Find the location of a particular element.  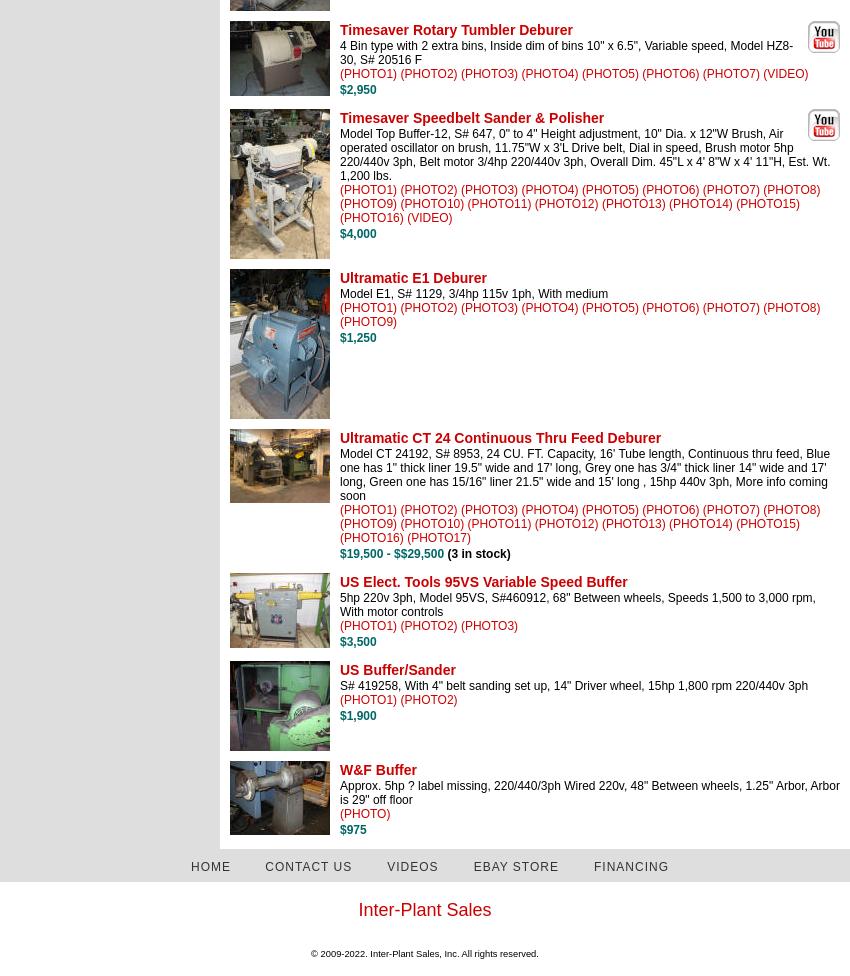

'CONTACT US' is located at coordinates (308, 865).